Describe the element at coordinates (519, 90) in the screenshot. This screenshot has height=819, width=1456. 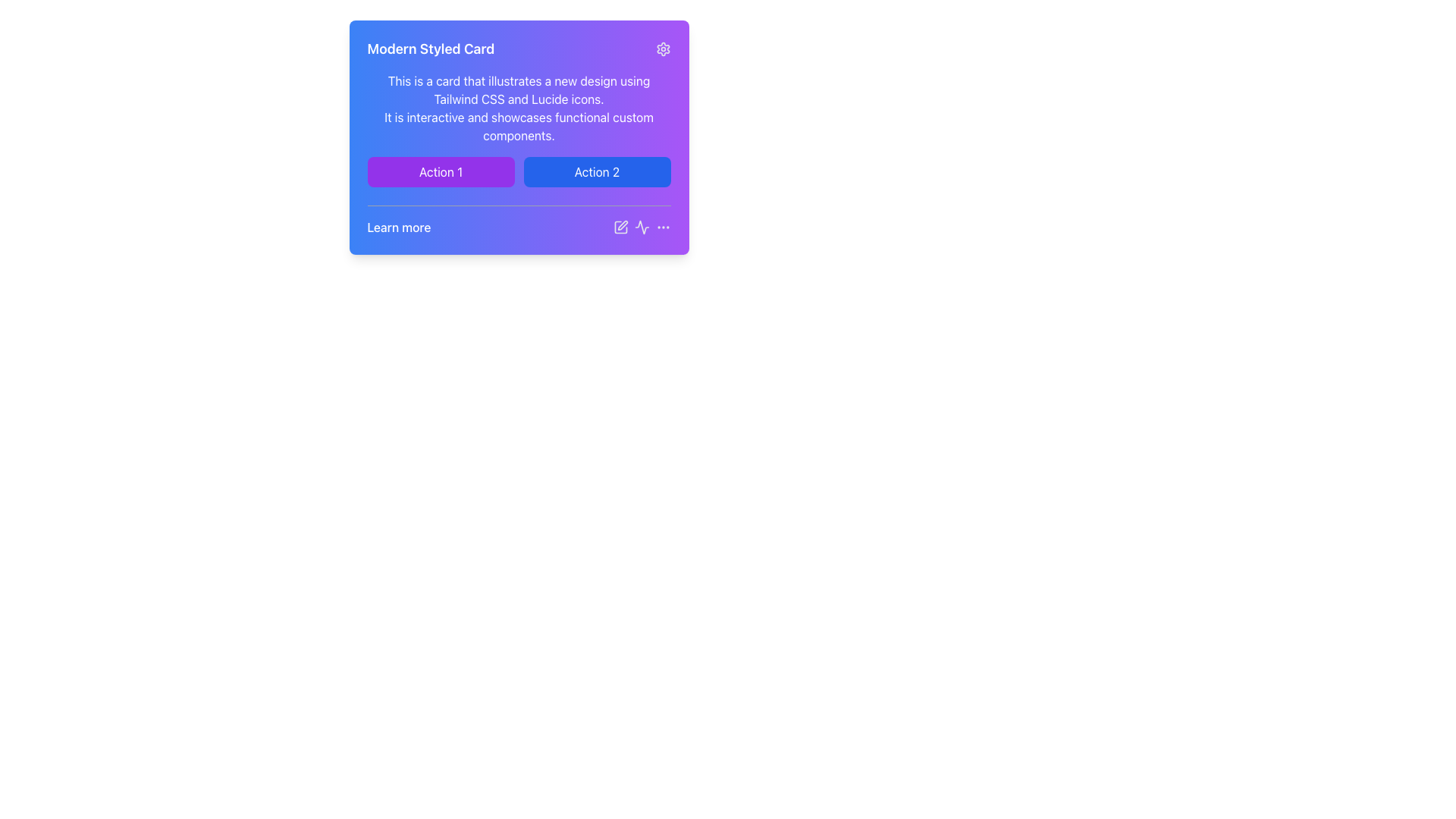
I see `descriptive text block located beneath the title 'Modern Styled Card' in the upper portion of the card component` at that location.